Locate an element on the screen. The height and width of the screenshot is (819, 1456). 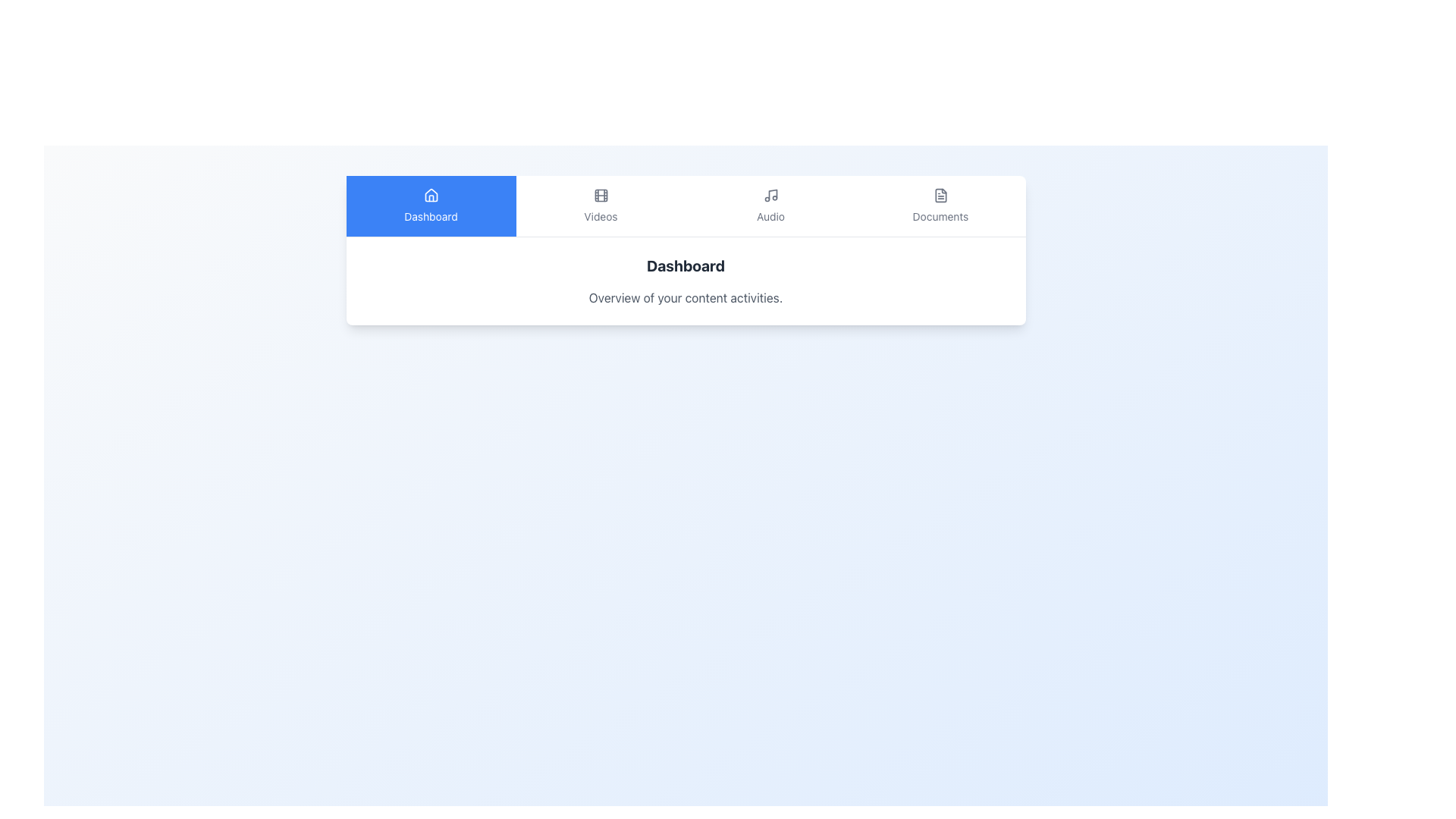
the 'Dashboard' title text label, which serves as a heading for the current interface section is located at coordinates (685, 265).